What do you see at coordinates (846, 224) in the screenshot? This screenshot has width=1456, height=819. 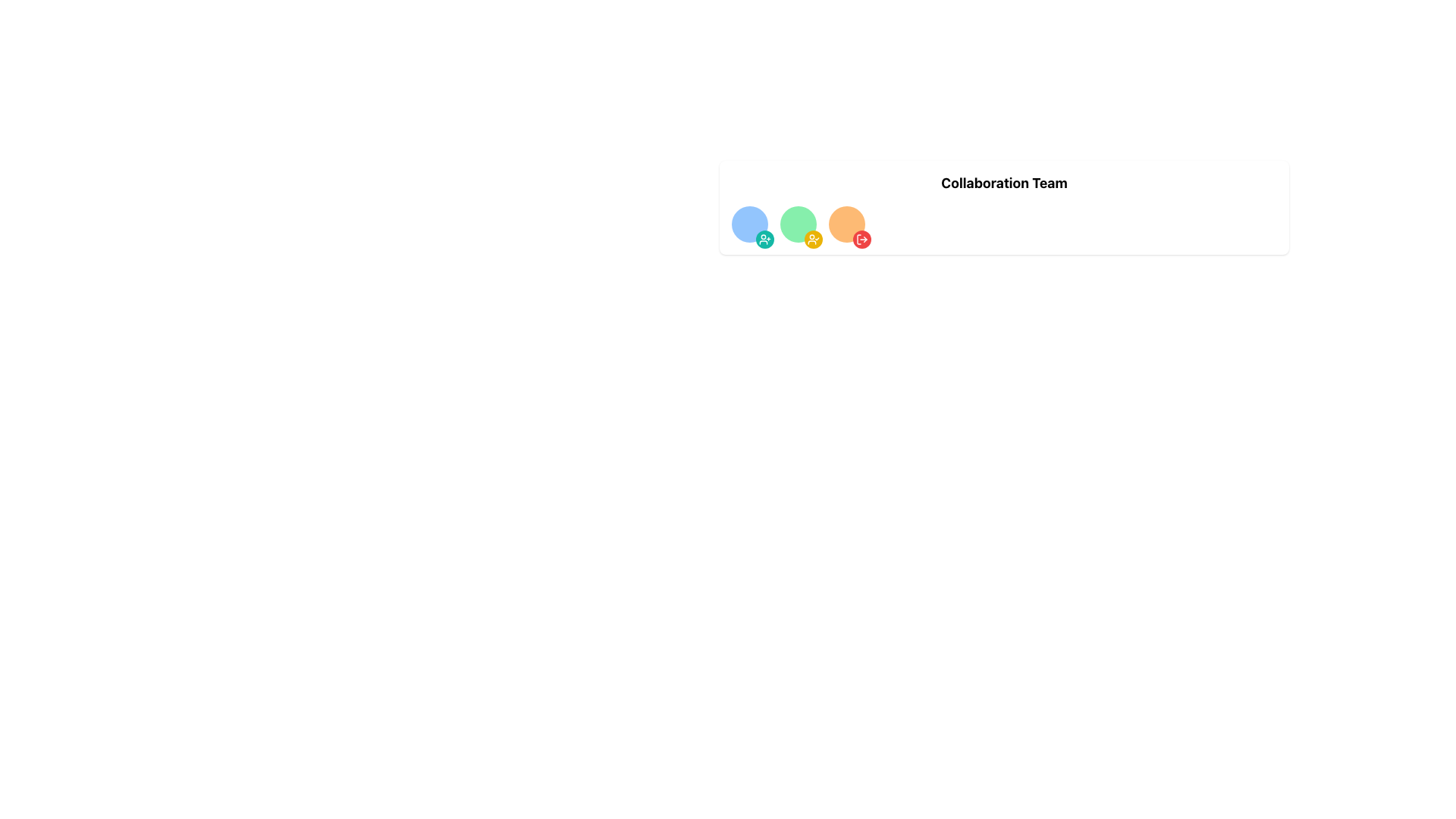 I see `the orange circular icon with a red badge containing a white log-out symbol, which is the fourth icon from the left in the row of similar icons, to log out or trigger a related action` at bounding box center [846, 224].